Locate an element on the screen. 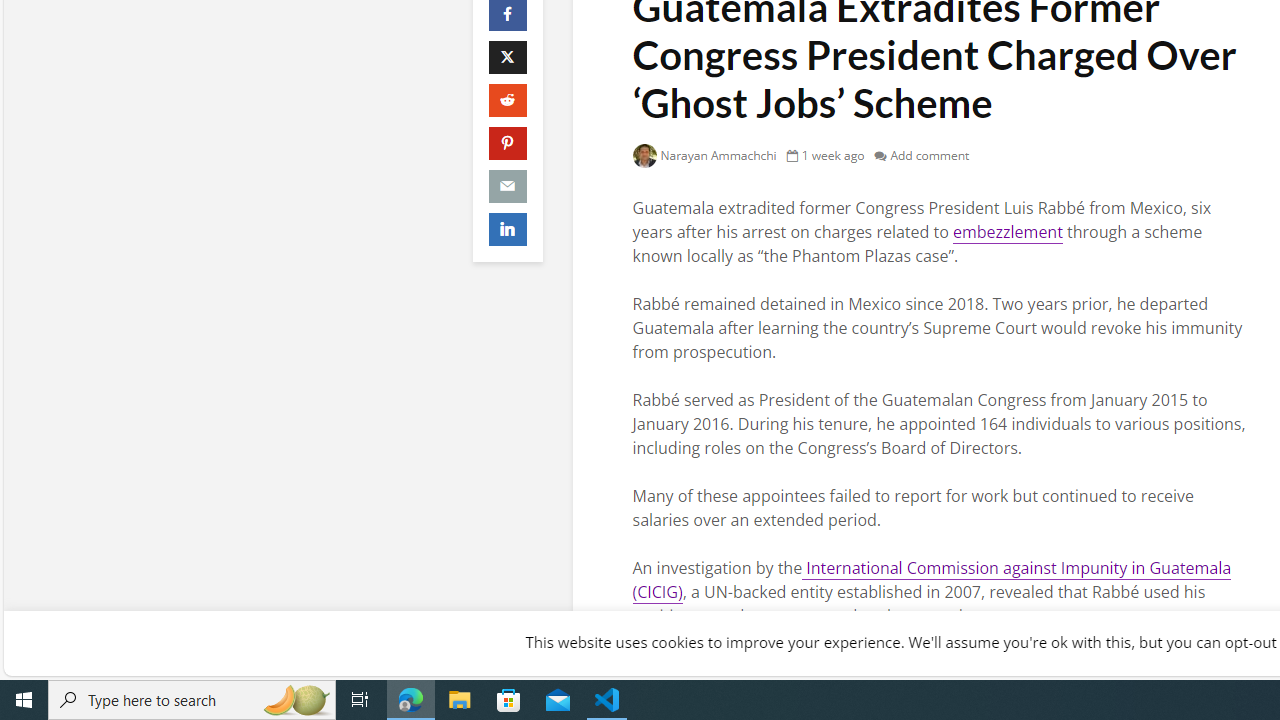 Image resolution: width=1280 pixels, height=720 pixels. 'Narayan Ammachchi' is located at coordinates (704, 154).